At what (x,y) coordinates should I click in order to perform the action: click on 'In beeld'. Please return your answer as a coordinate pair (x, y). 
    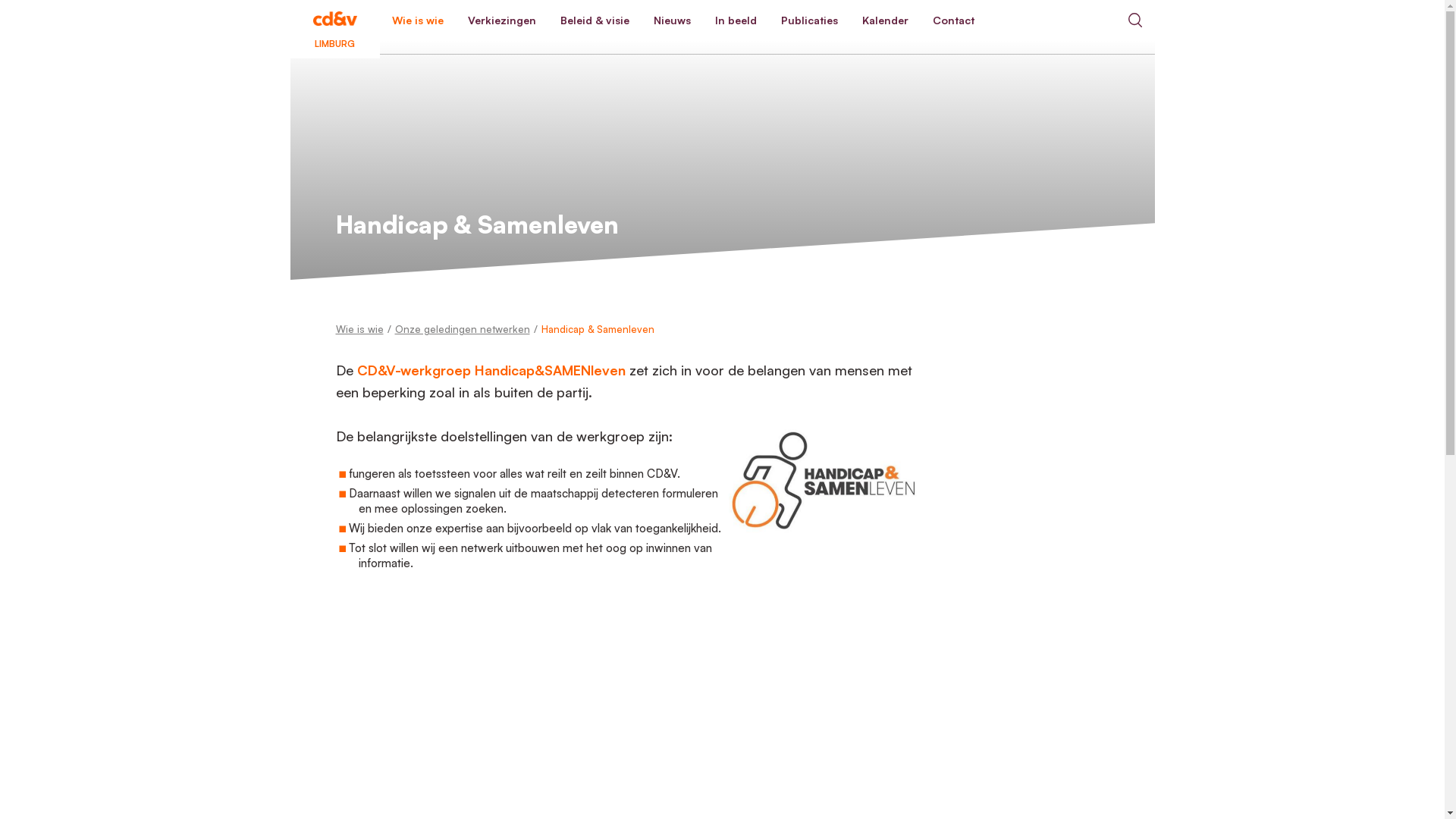
    Looking at the image, I should click on (735, 20).